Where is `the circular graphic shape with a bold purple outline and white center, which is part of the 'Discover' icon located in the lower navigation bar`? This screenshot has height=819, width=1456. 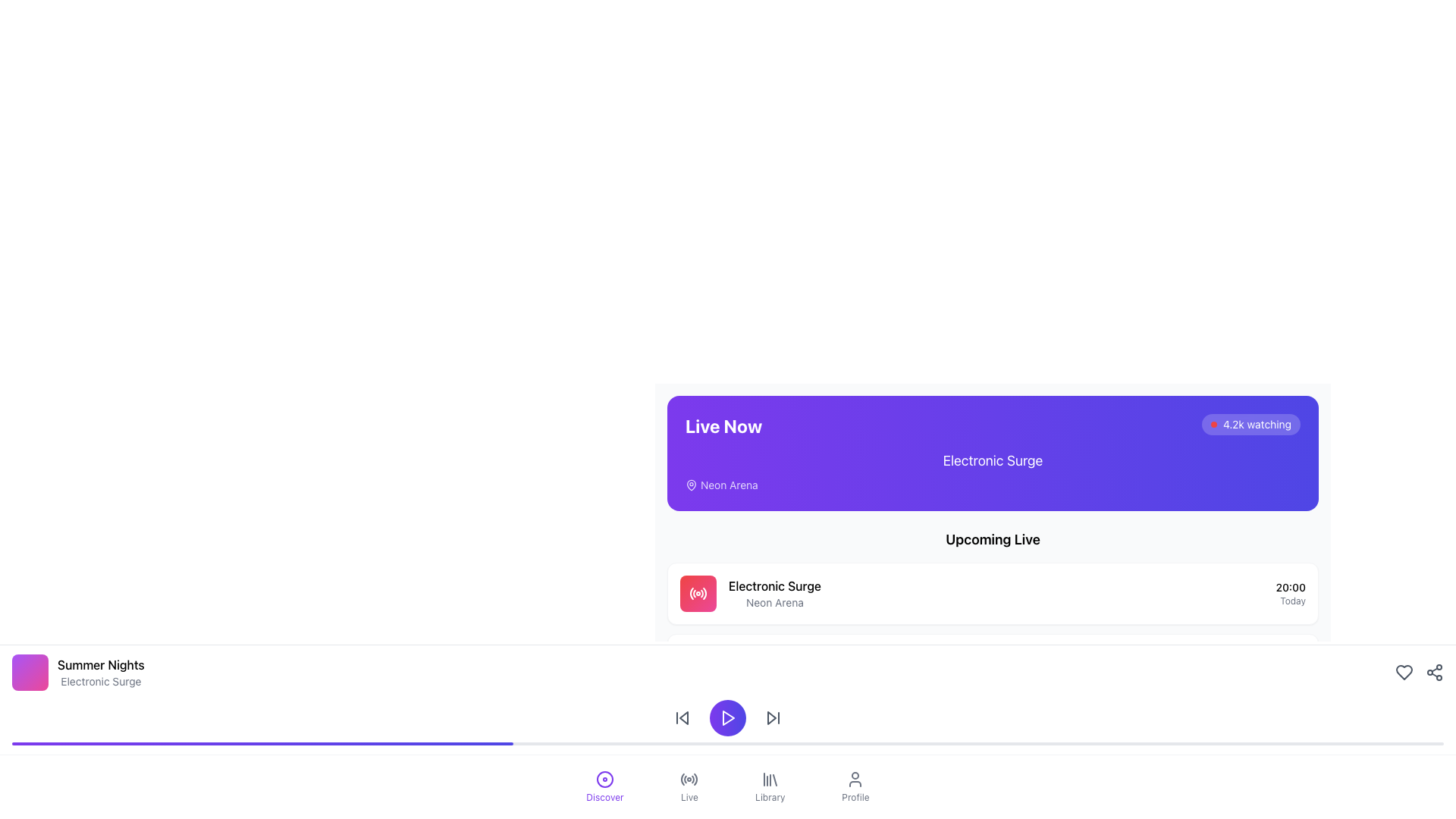
the circular graphic shape with a bold purple outline and white center, which is part of the 'Discover' icon located in the lower navigation bar is located at coordinates (604, 780).